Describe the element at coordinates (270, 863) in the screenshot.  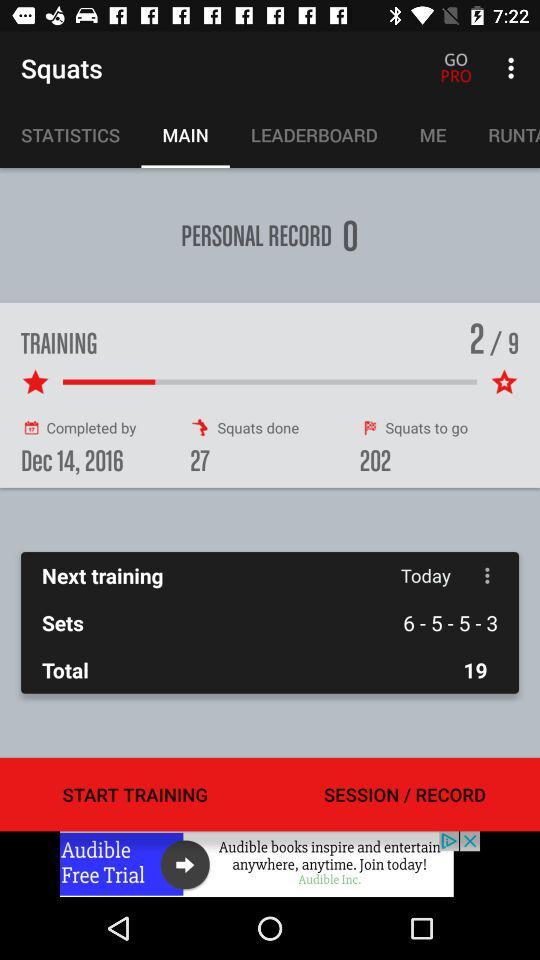
I see `open link to advertisement` at that location.